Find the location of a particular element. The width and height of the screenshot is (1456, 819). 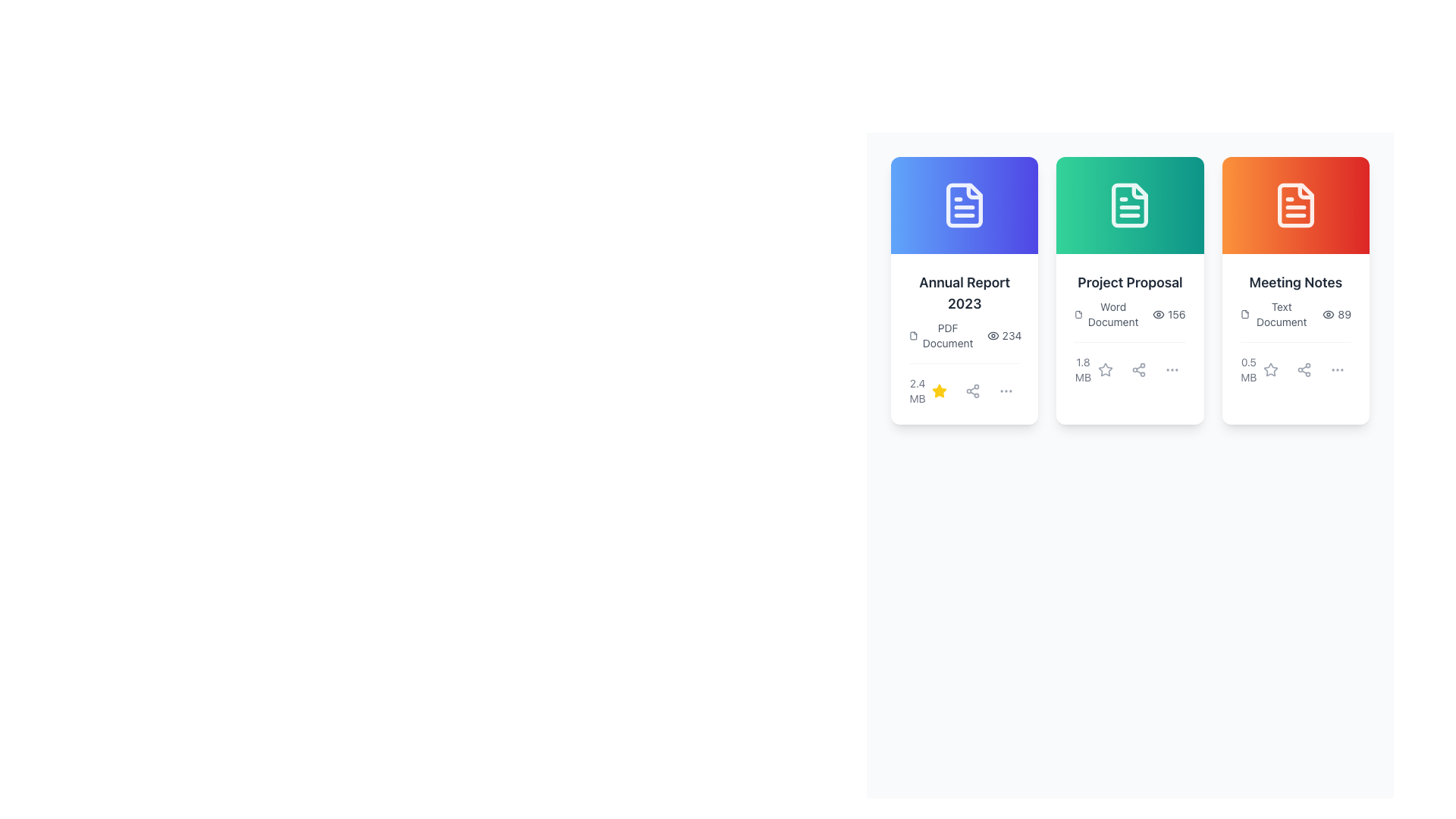

the small gray share icon located inside the circular button in the bottom-right region of the second card labeled 'Project Proposal' is located at coordinates (1138, 370).